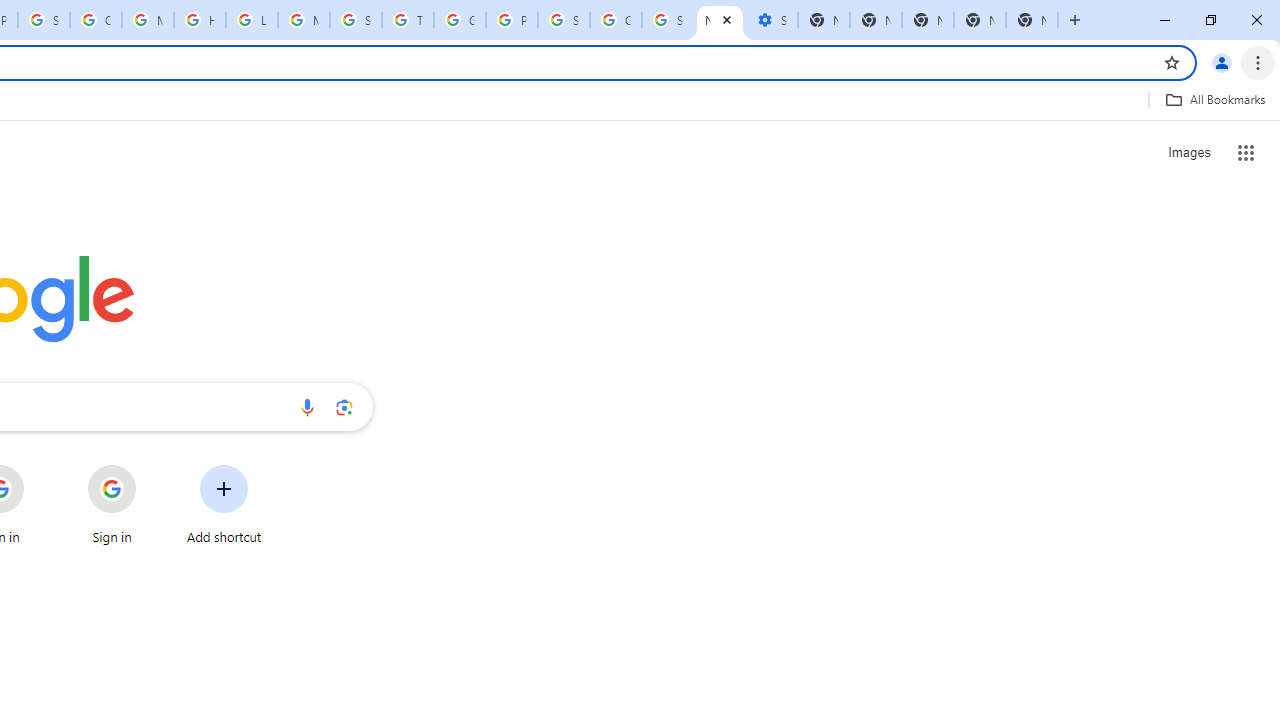  What do you see at coordinates (1189, 152) in the screenshot?
I see `'Search for Images '` at bounding box center [1189, 152].